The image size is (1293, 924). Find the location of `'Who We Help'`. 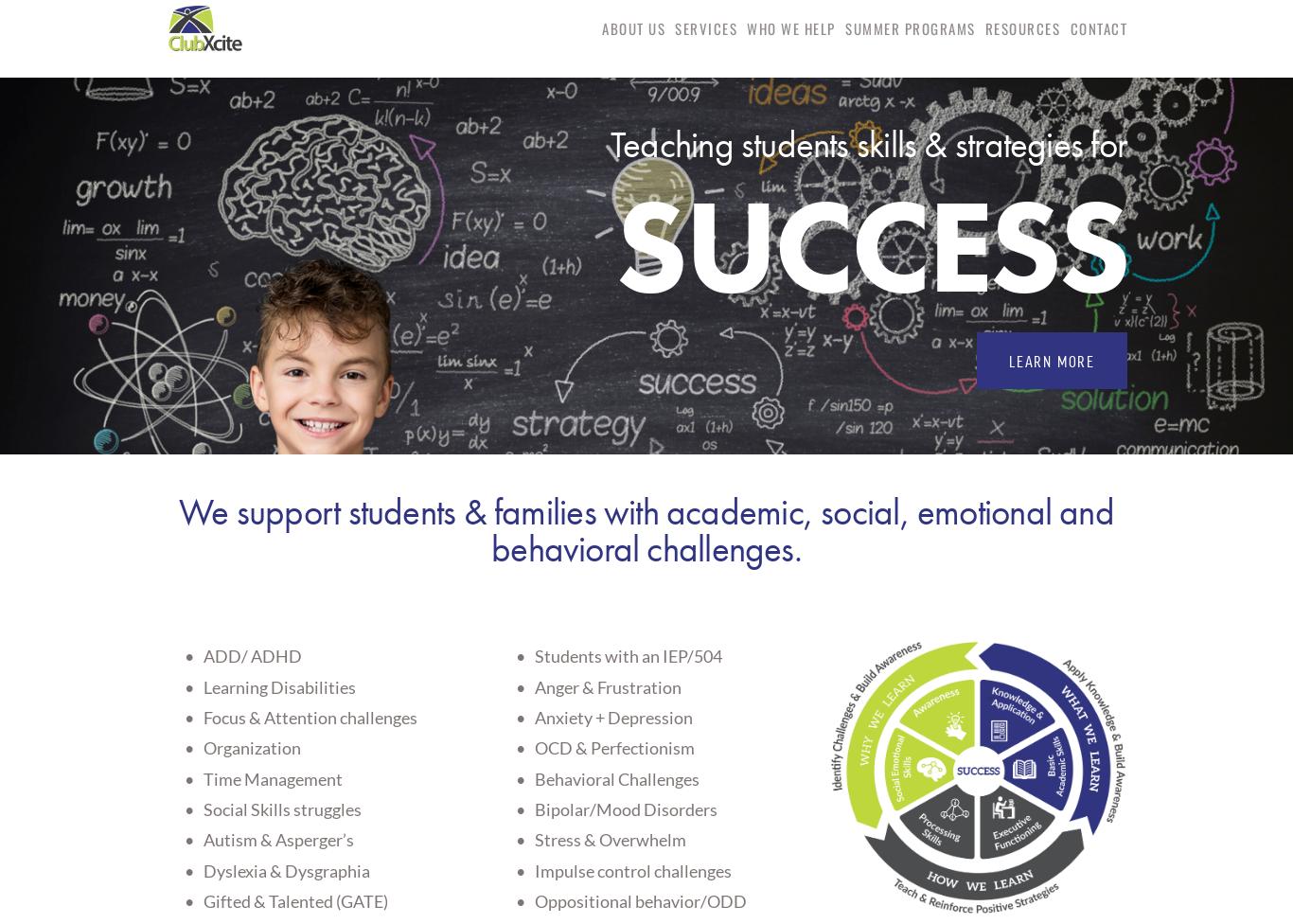

'Who We Help' is located at coordinates (789, 27).